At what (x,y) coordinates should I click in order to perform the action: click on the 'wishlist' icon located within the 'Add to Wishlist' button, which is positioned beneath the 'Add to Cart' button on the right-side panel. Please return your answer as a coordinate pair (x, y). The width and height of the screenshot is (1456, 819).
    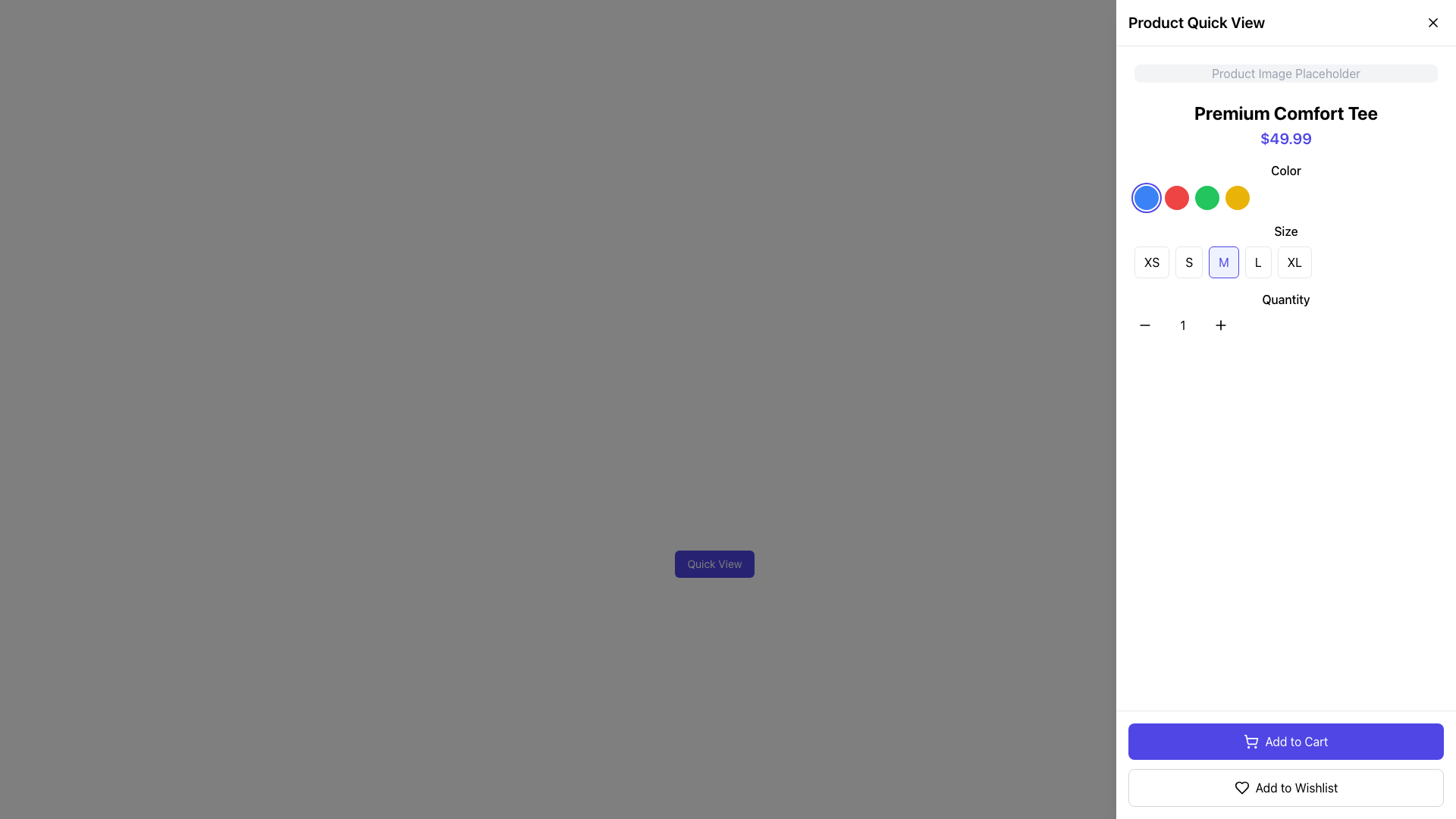
    Looking at the image, I should click on (1241, 786).